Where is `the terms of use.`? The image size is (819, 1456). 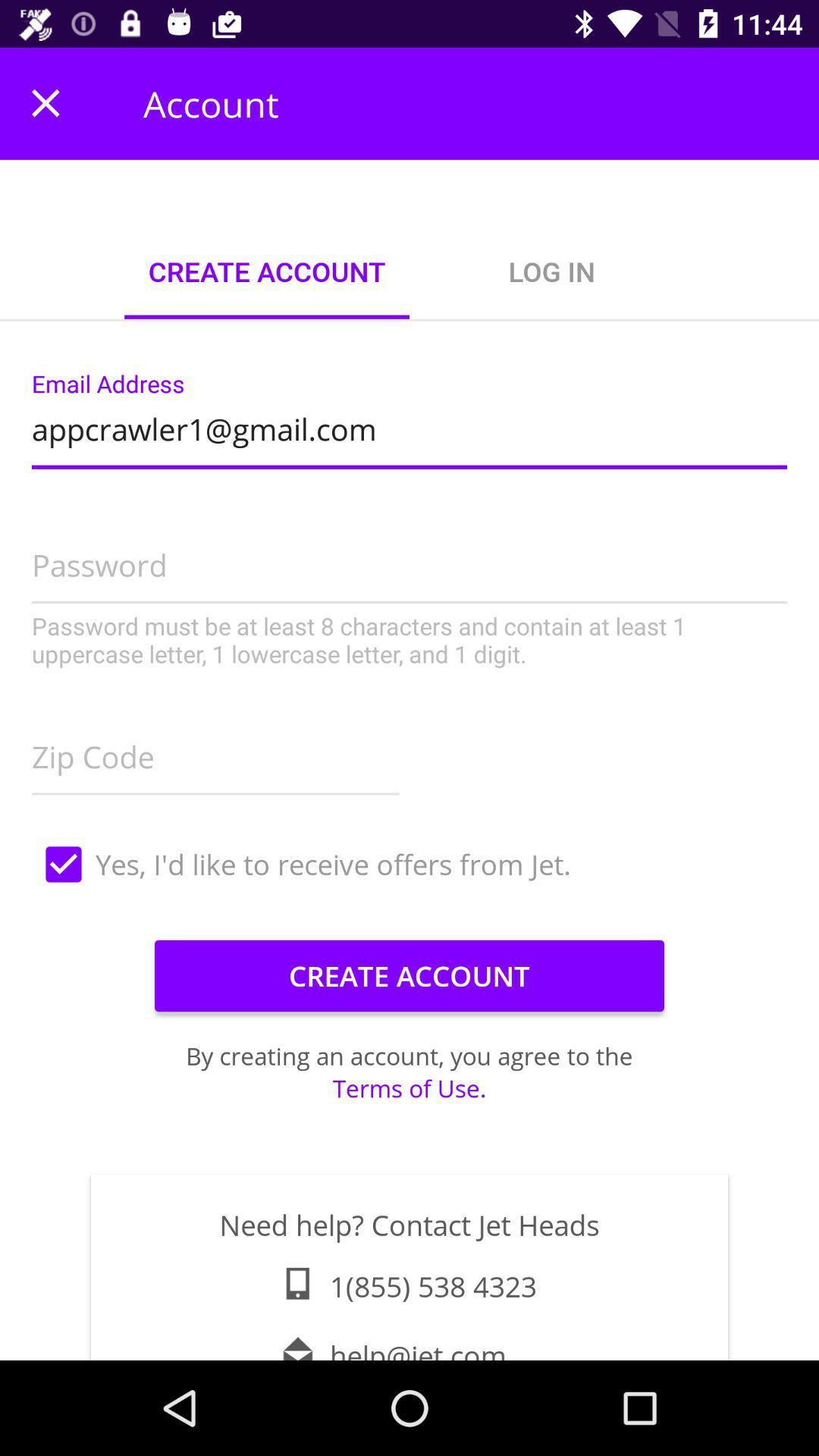 the terms of use. is located at coordinates (409, 1087).